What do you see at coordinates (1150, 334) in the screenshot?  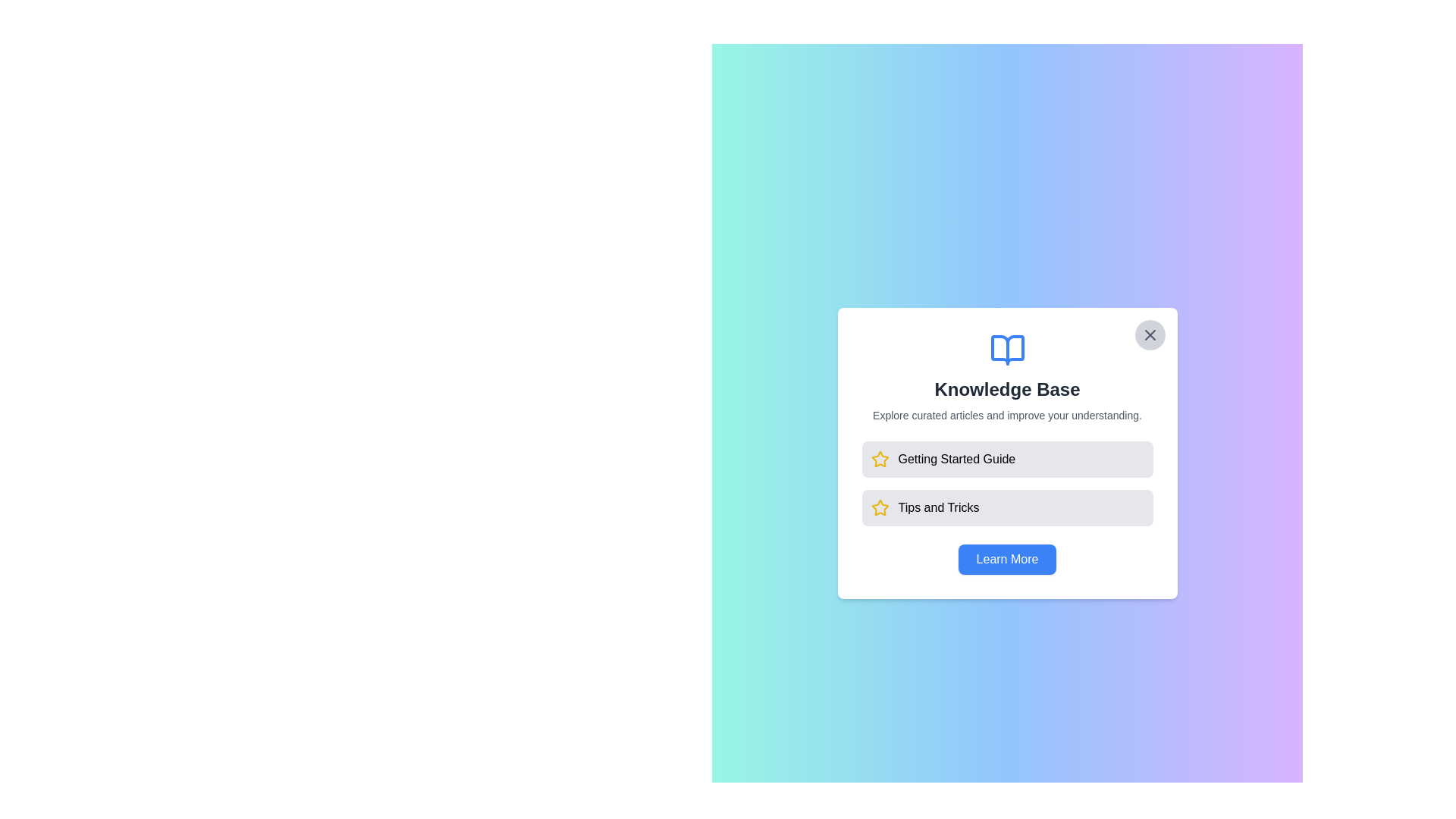 I see `the 'X' close icon located at the top-right corner of the content modal window` at bounding box center [1150, 334].